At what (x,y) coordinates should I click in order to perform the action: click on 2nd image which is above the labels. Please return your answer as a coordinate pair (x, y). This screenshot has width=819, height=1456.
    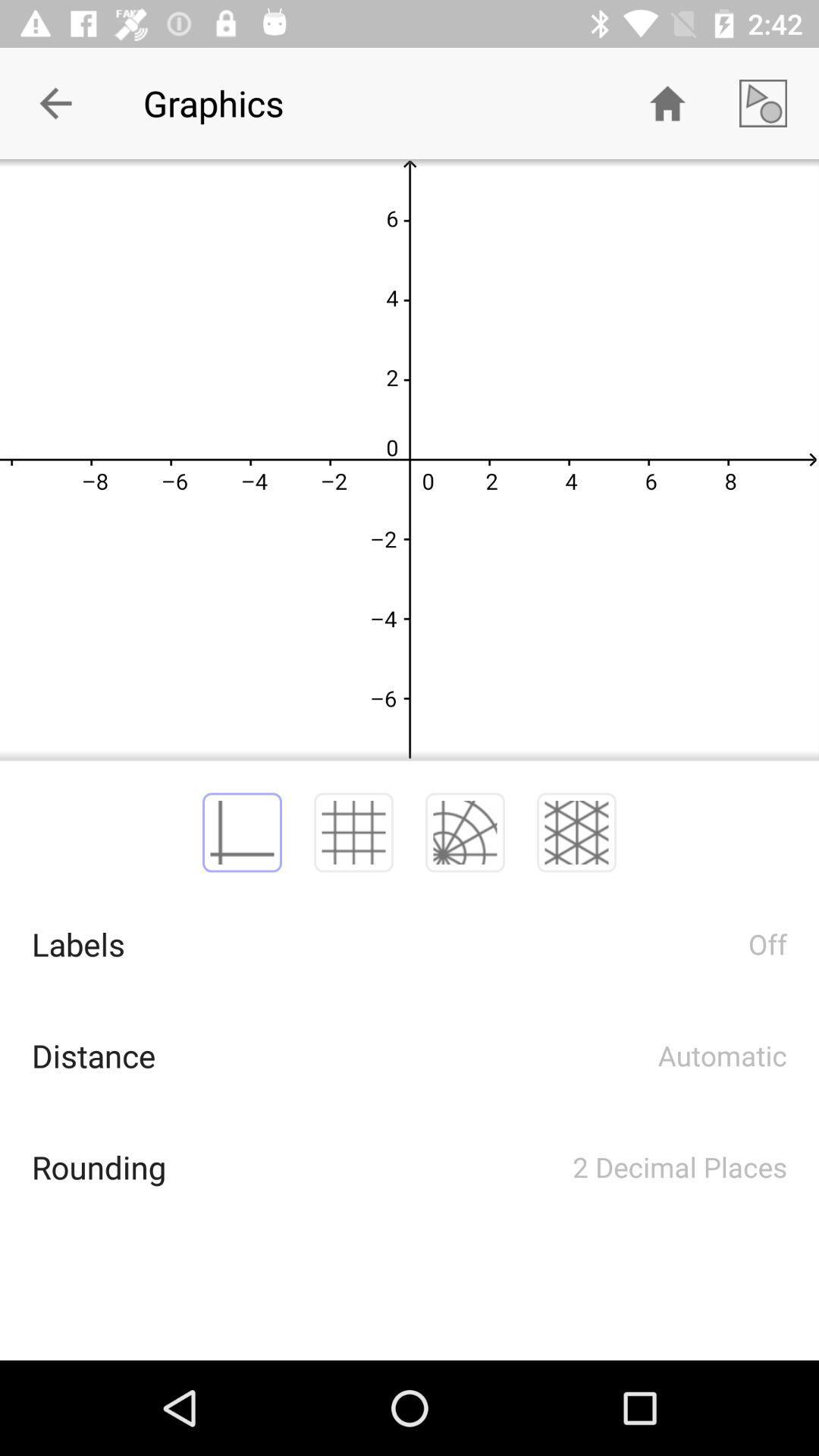
    Looking at the image, I should click on (353, 832).